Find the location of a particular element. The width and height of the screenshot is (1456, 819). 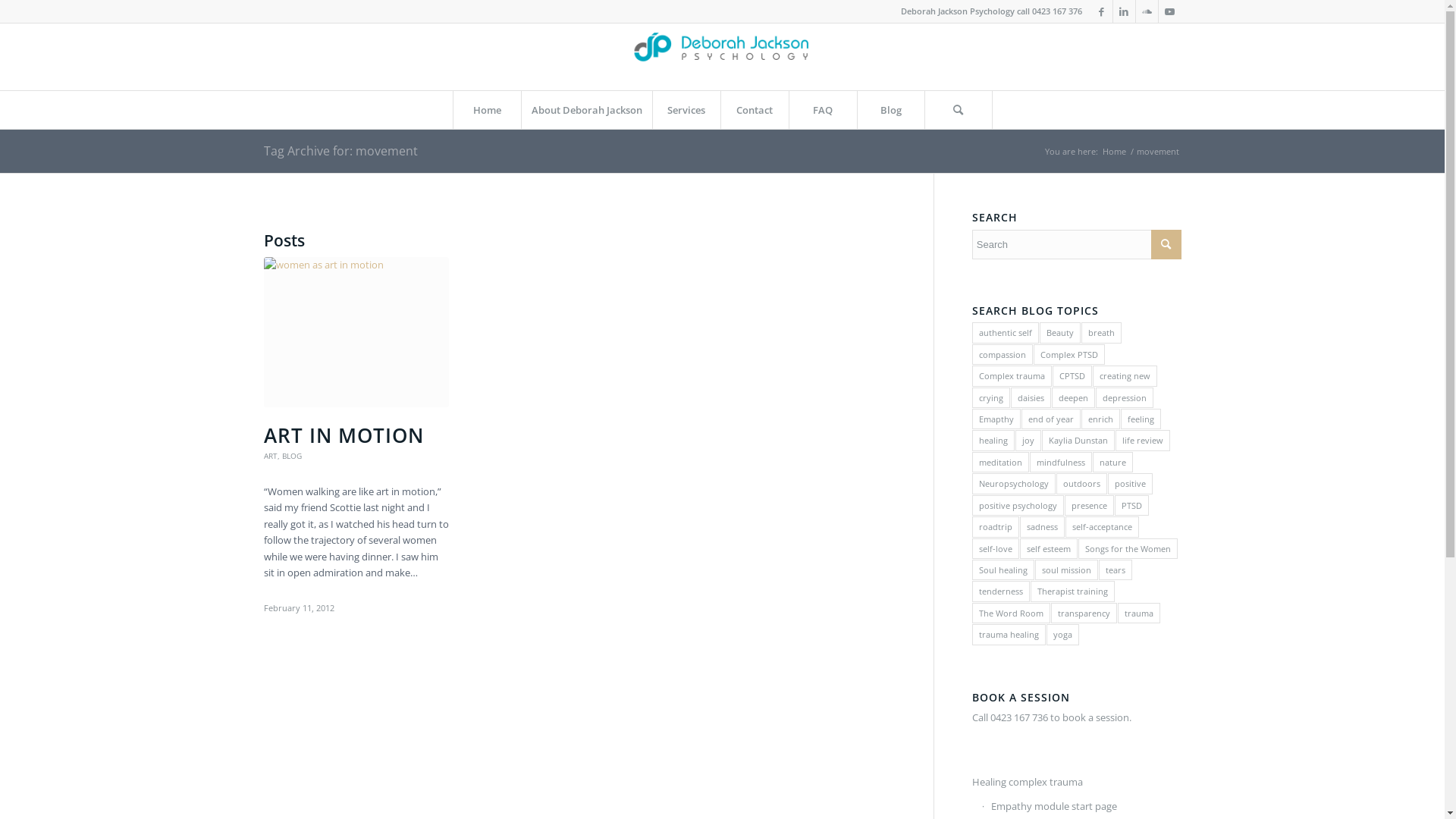

'Songs for the Women' is located at coordinates (1128, 548).